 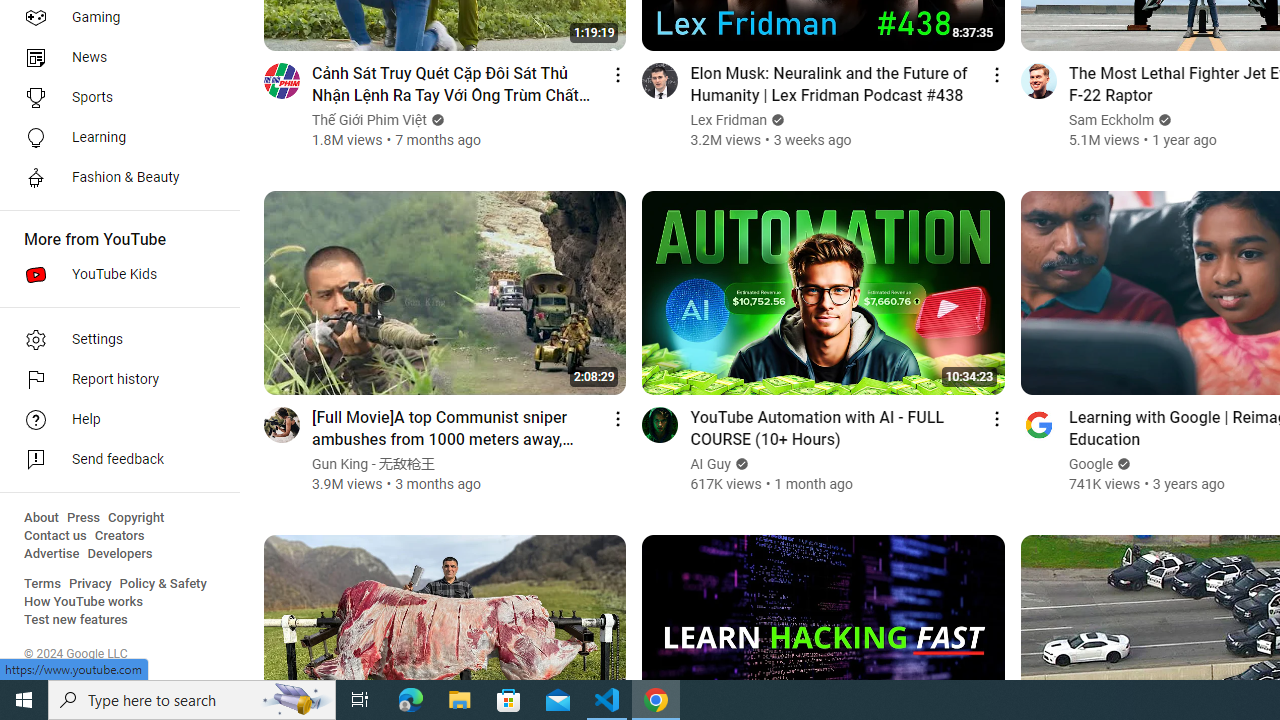 I want to click on 'YouTube Kids', so click(x=112, y=275).